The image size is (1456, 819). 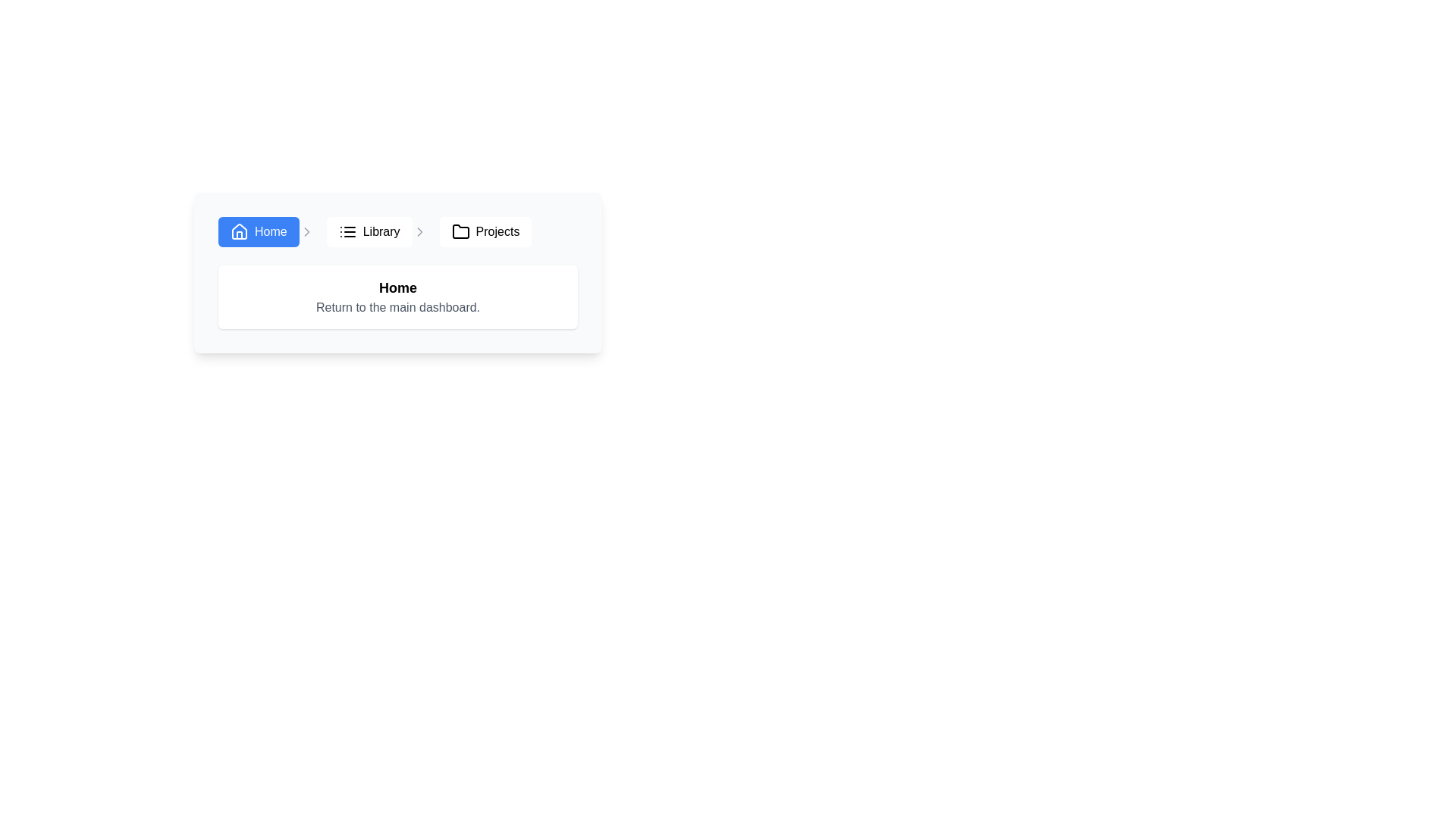 I want to click on the 'Home' text label within the navigation button, so click(x=271, y=231).